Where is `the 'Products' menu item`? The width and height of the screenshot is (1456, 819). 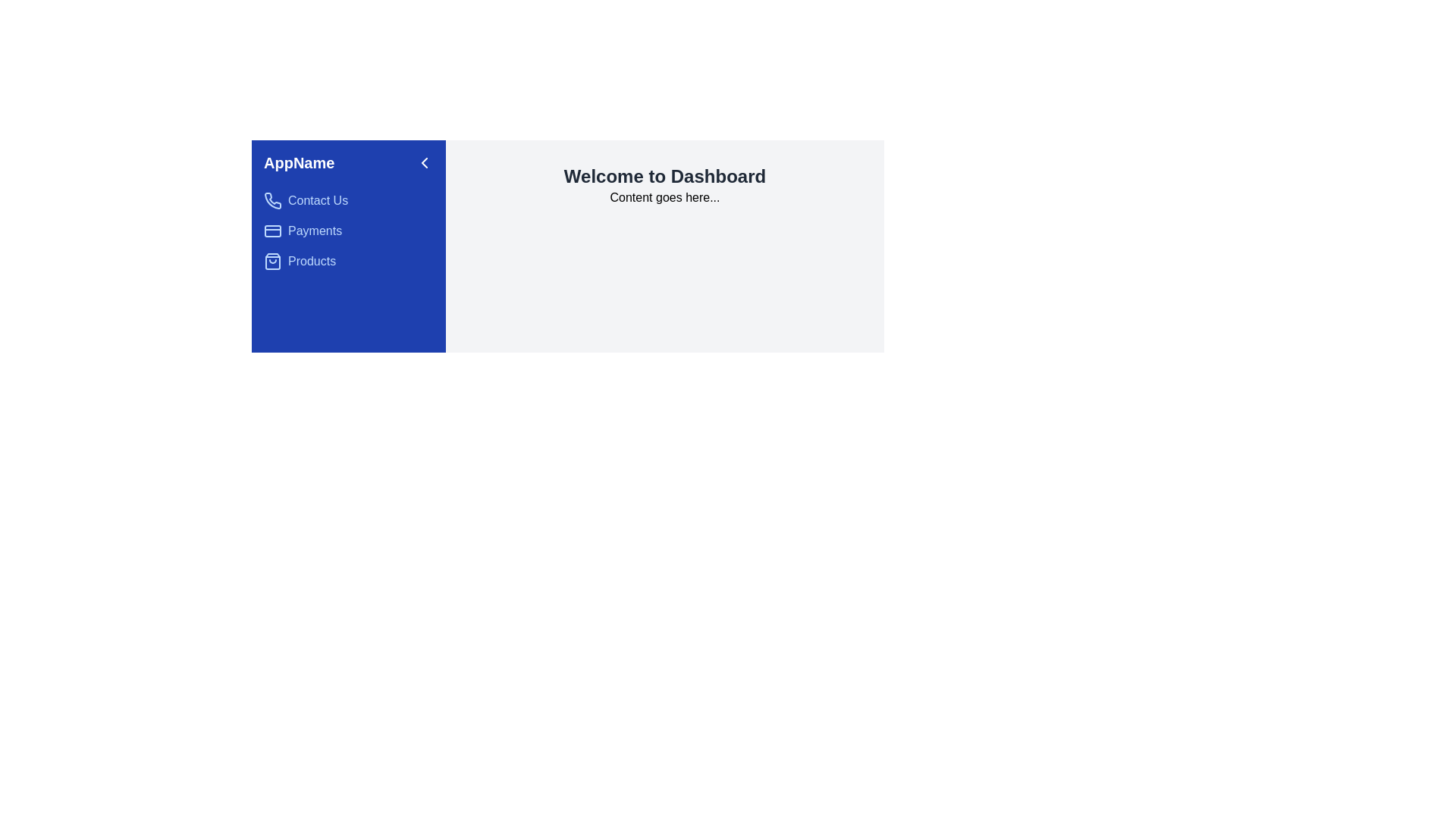 the 'Products' menu item is located at coordinates (348, 260).